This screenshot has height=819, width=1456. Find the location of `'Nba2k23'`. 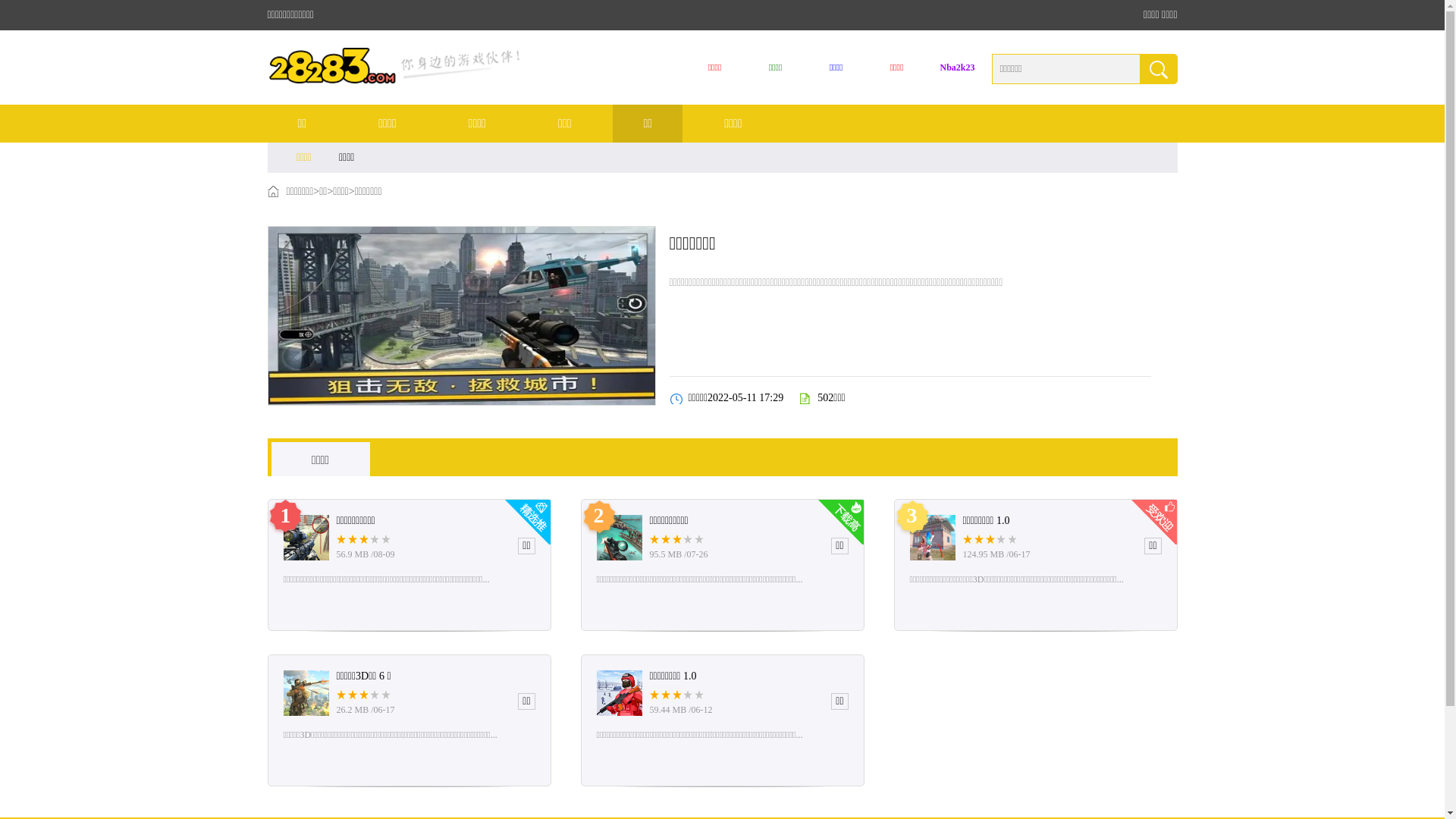

'Nba2k23' is located at coordinates (956, 67).